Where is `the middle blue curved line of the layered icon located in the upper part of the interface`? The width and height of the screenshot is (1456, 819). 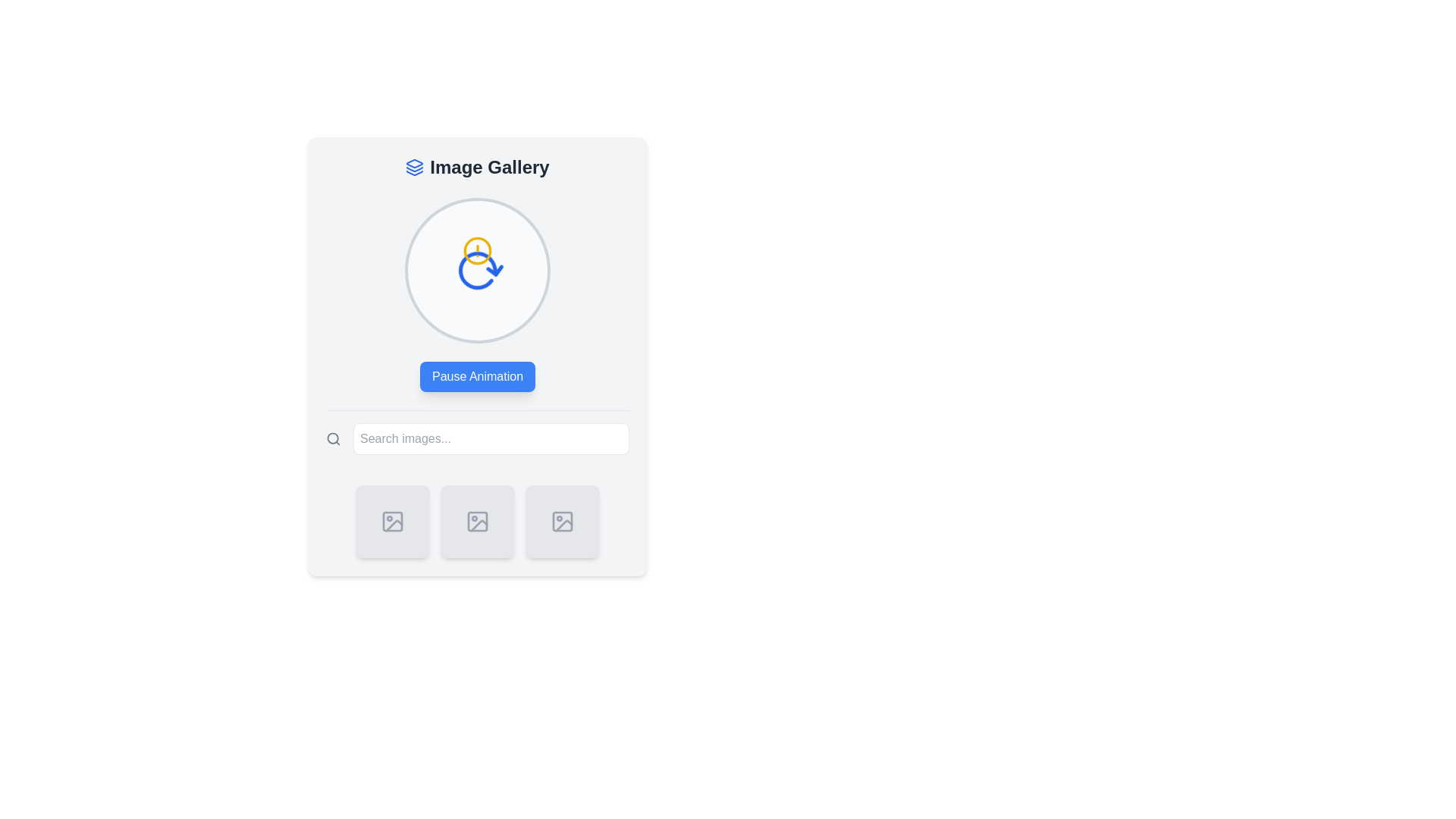
the middle blue curved line of the layered icon located in the upper part of the interface is located at coordinates (415, 169).